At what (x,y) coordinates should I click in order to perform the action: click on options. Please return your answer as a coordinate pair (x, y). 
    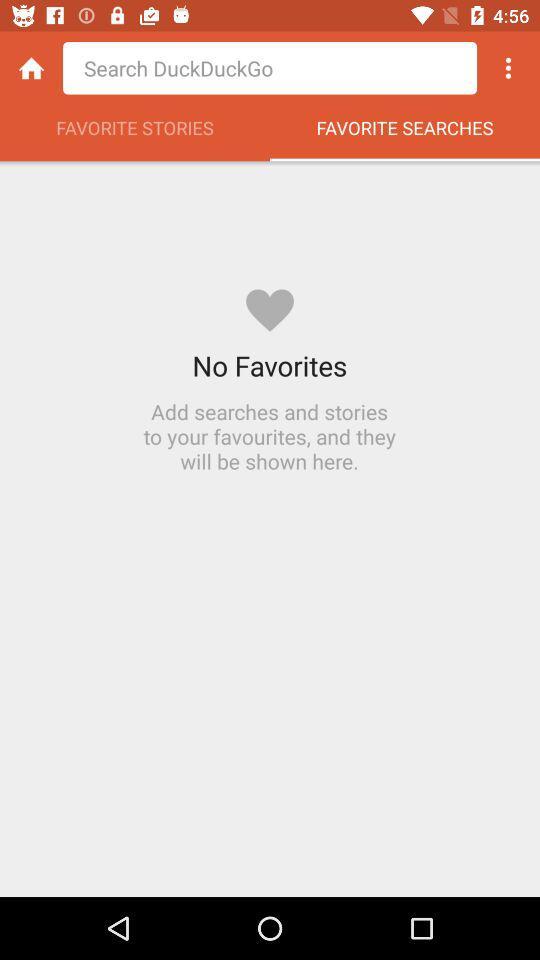
    Looking at the image, I should click on (508, 68).